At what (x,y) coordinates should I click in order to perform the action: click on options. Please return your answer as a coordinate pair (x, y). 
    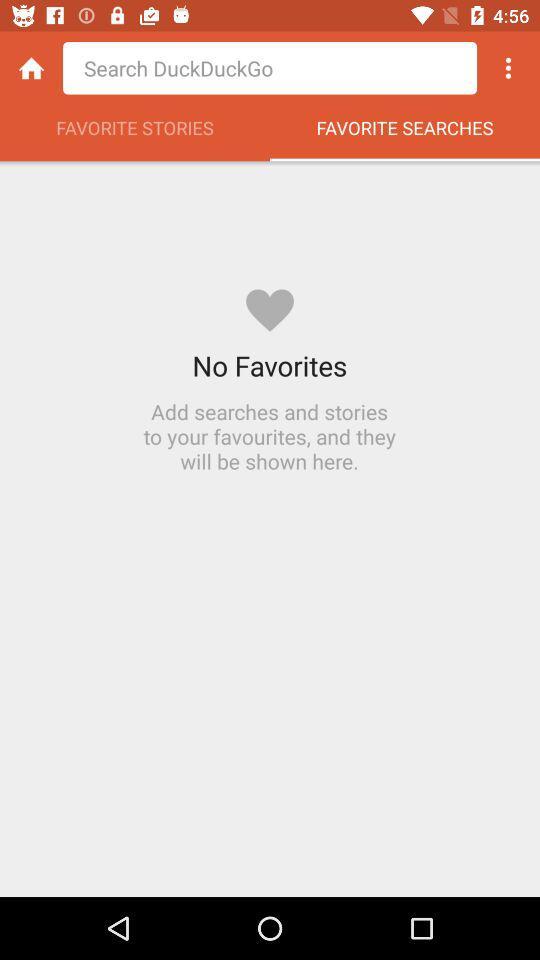
    Looking at the image, I should click on (508, 68).